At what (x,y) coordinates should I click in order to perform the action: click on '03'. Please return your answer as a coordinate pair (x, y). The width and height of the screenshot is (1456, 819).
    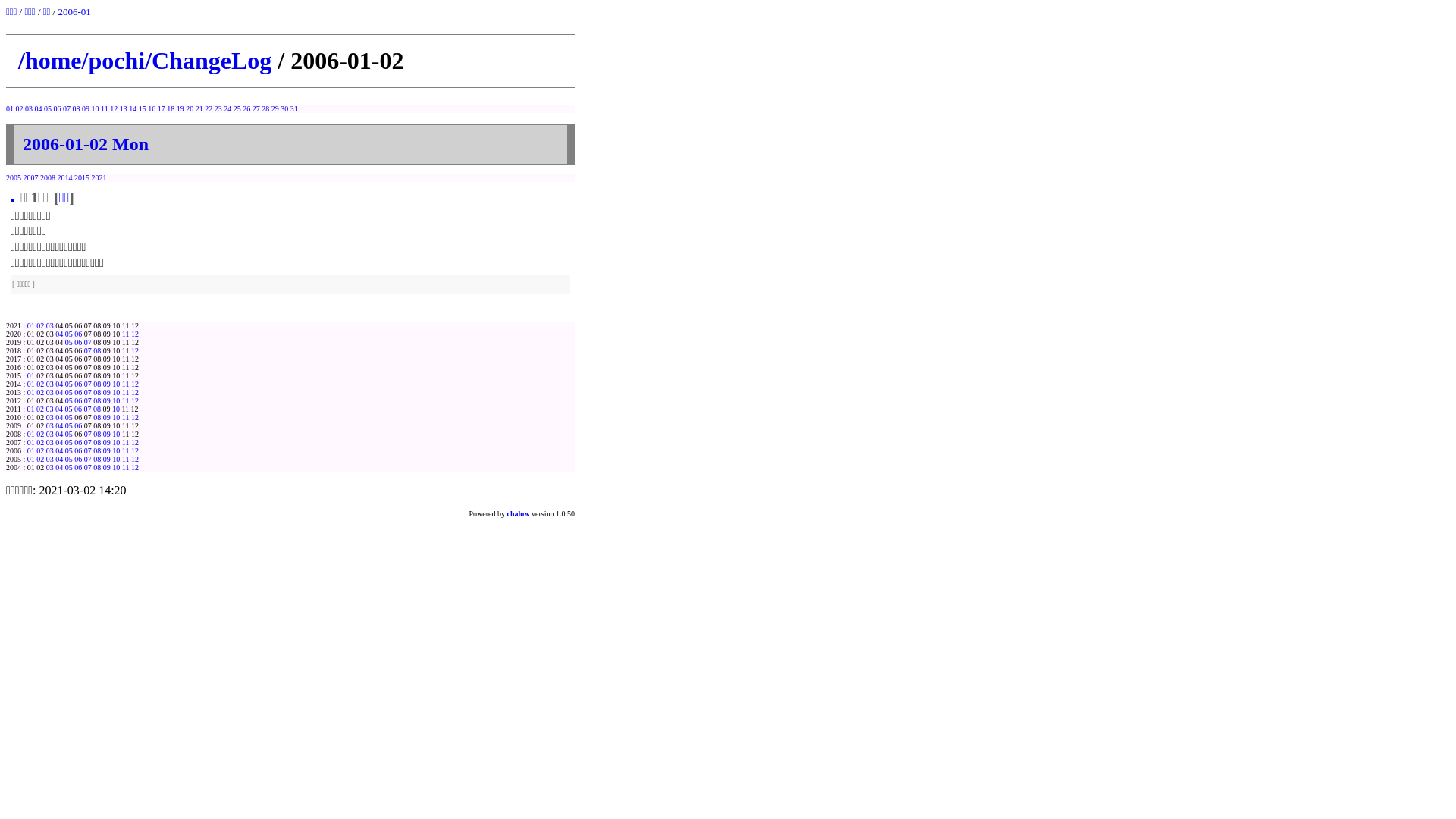
    Looking at the image, I should click on (50, 434).